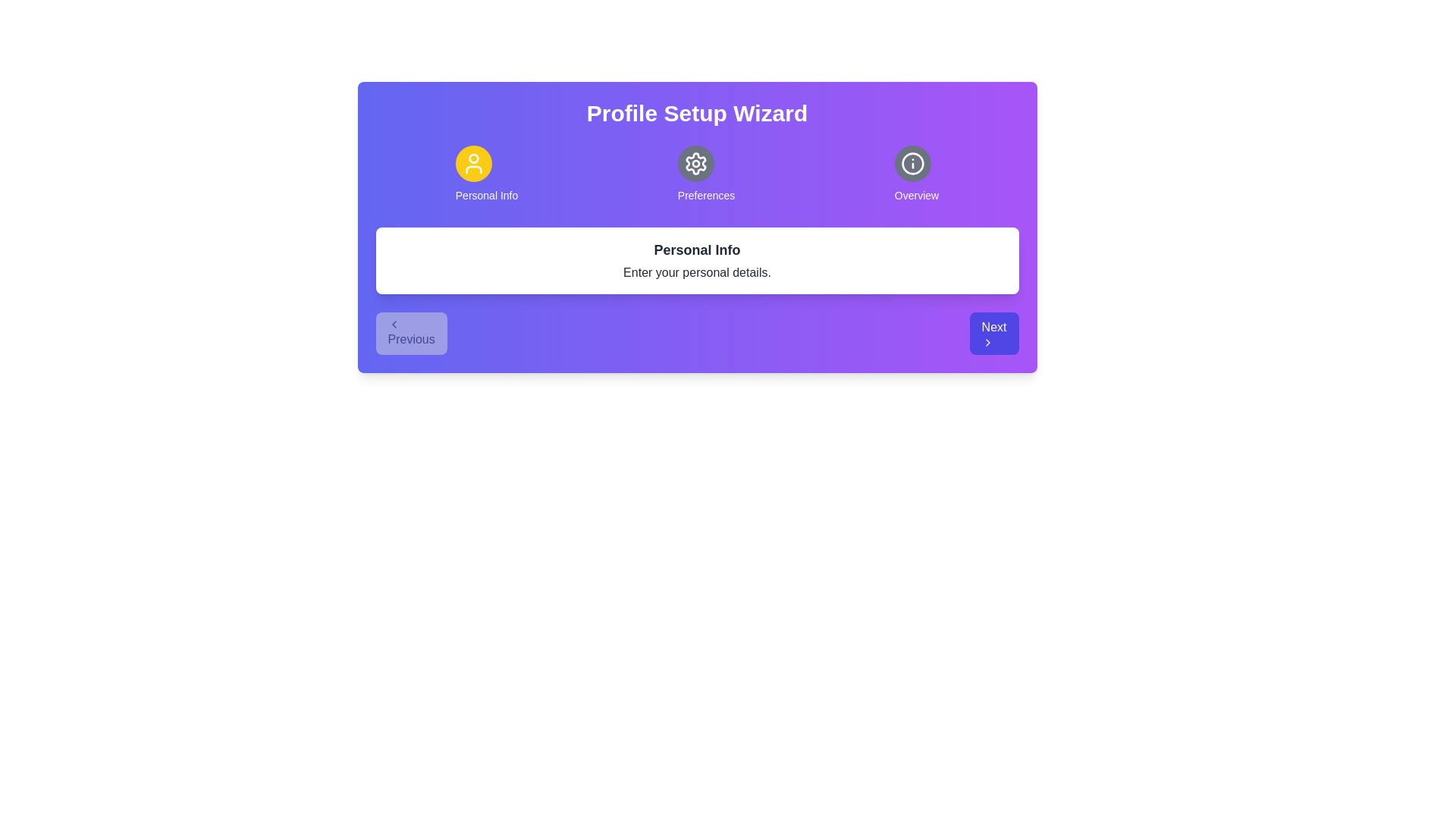  Describe the element at coordinates (912, 164) in the screenshot. I see `the icon representing Overview to explore its hover effects or tooltips` at that location.